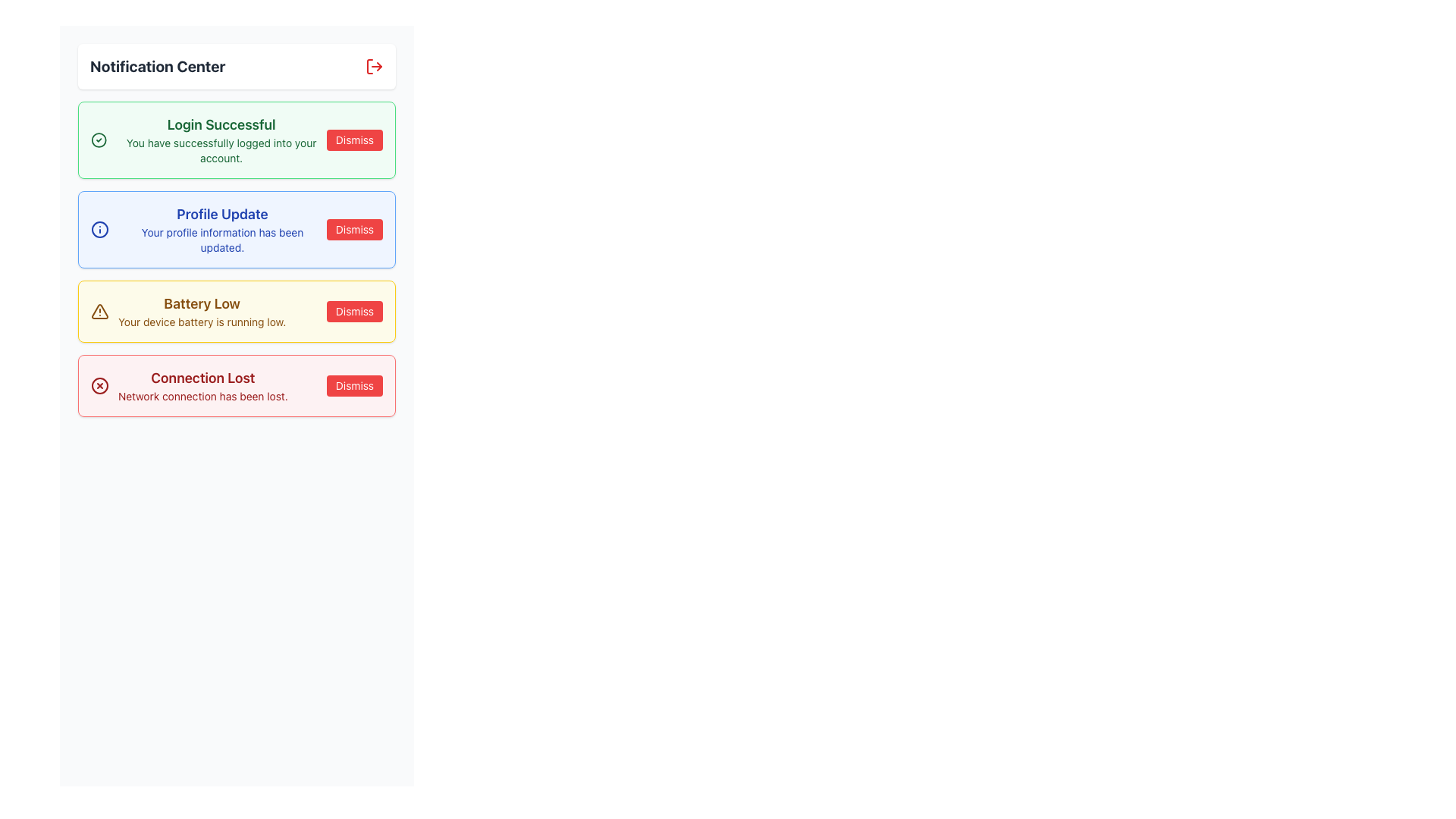  I want to click on the text label stating 'Your profile information has been updated.' located within the 'Profile Update' notification box, so click(221, 239).